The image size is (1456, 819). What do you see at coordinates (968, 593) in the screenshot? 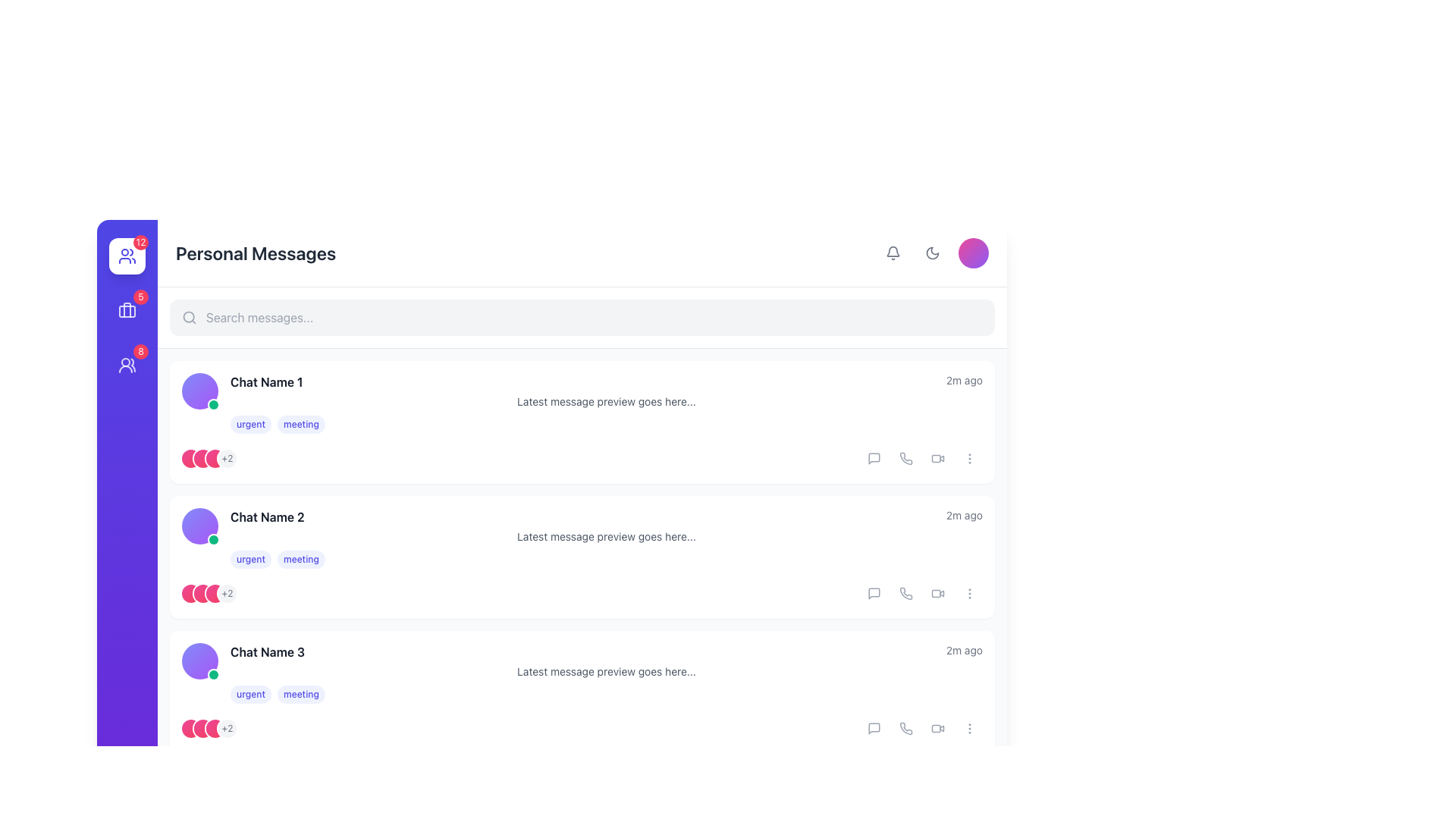
I see `the icon located at the far-right of the chat card` at bounding box center [968, 593].